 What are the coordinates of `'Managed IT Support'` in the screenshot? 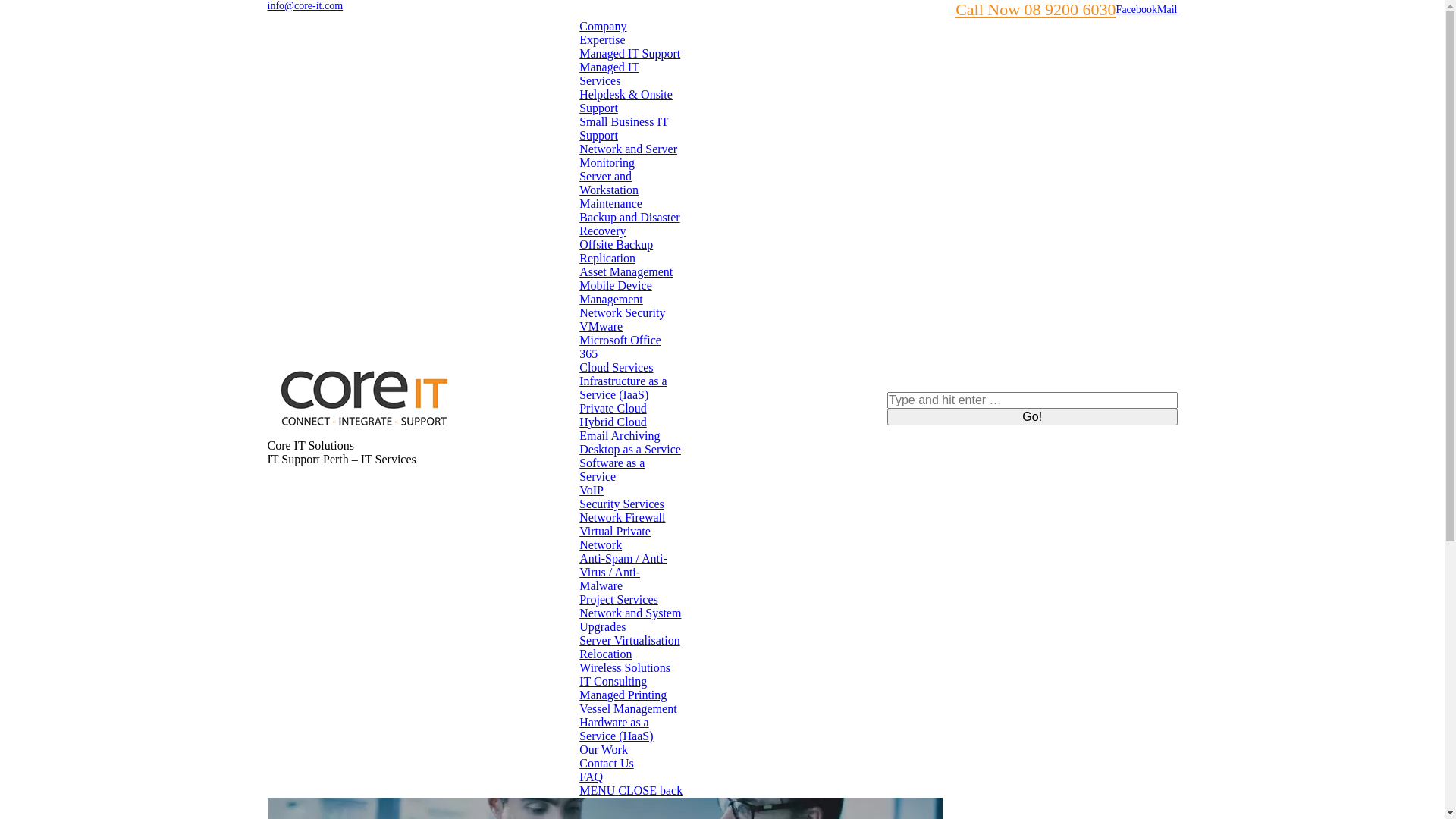 It's located at (629, 52).